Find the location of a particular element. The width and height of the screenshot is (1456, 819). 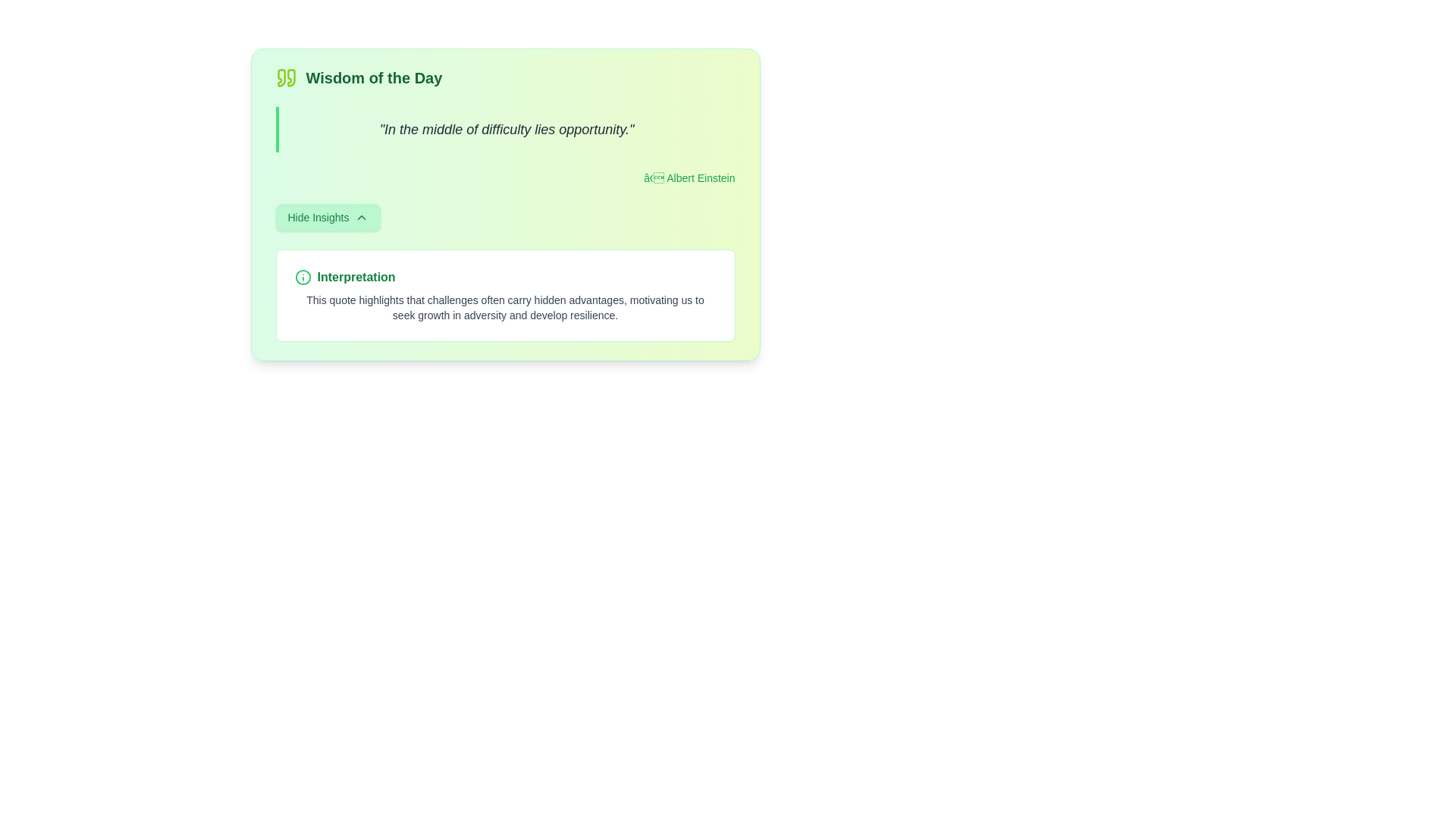

the information icon, which is a green circle with a lowercase 'i' inside, located to the left of the bold green text label 'Interpretation' is located at coordinates (303, 278).